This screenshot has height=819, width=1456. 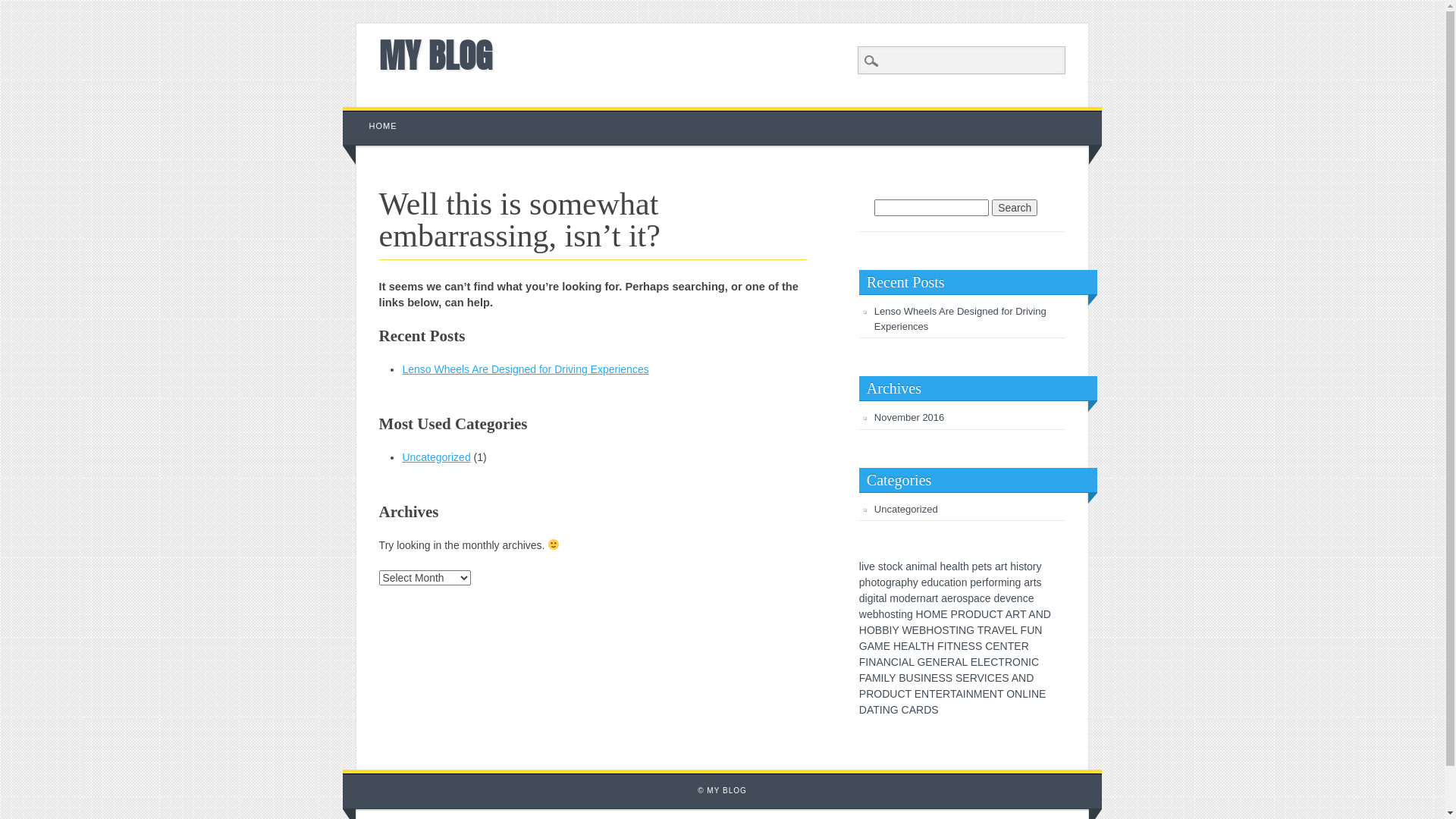 I want to click on 't', so click(x=895, y=614).